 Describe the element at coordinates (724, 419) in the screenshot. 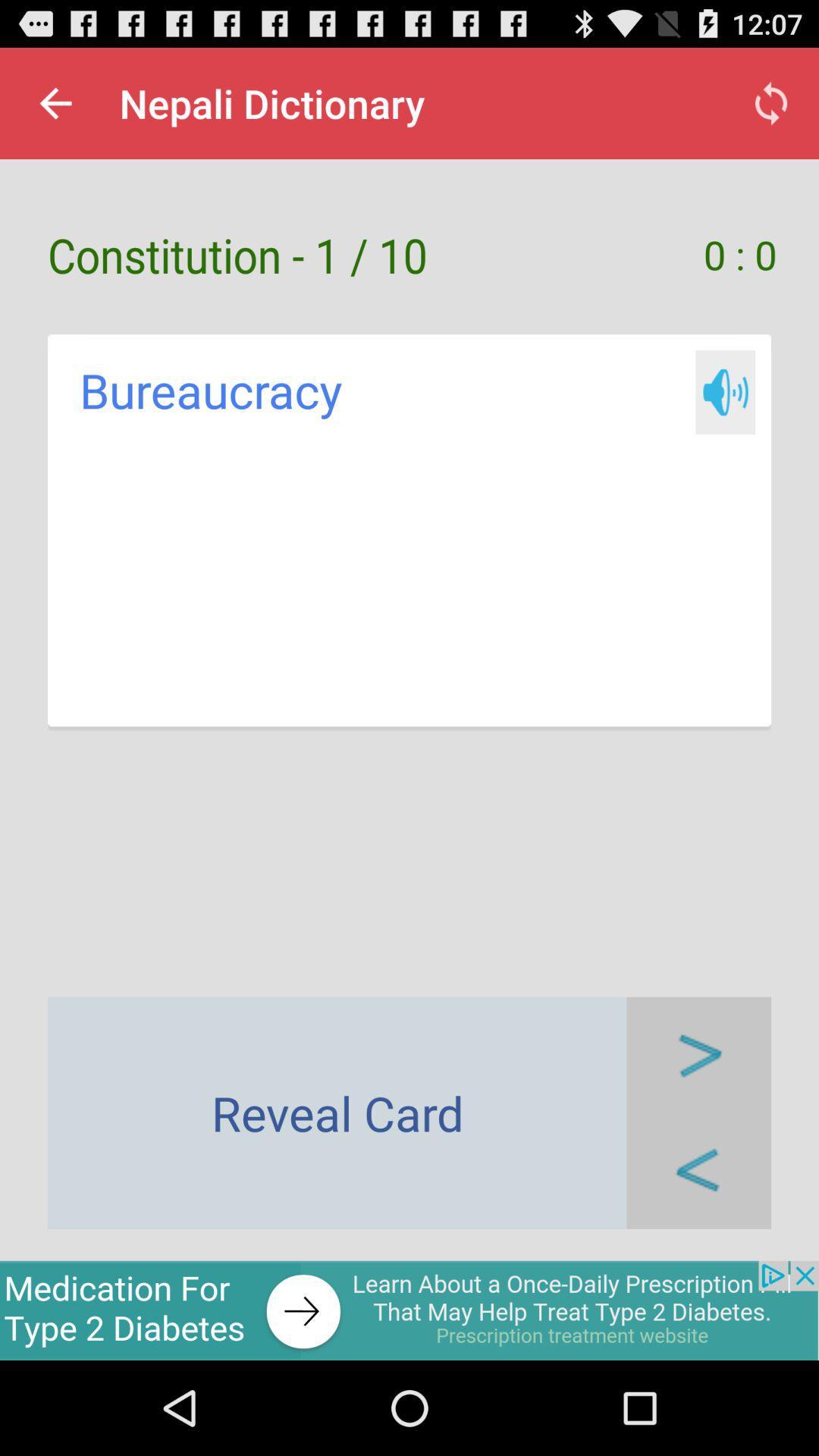

I see `the volume icon` at that location.